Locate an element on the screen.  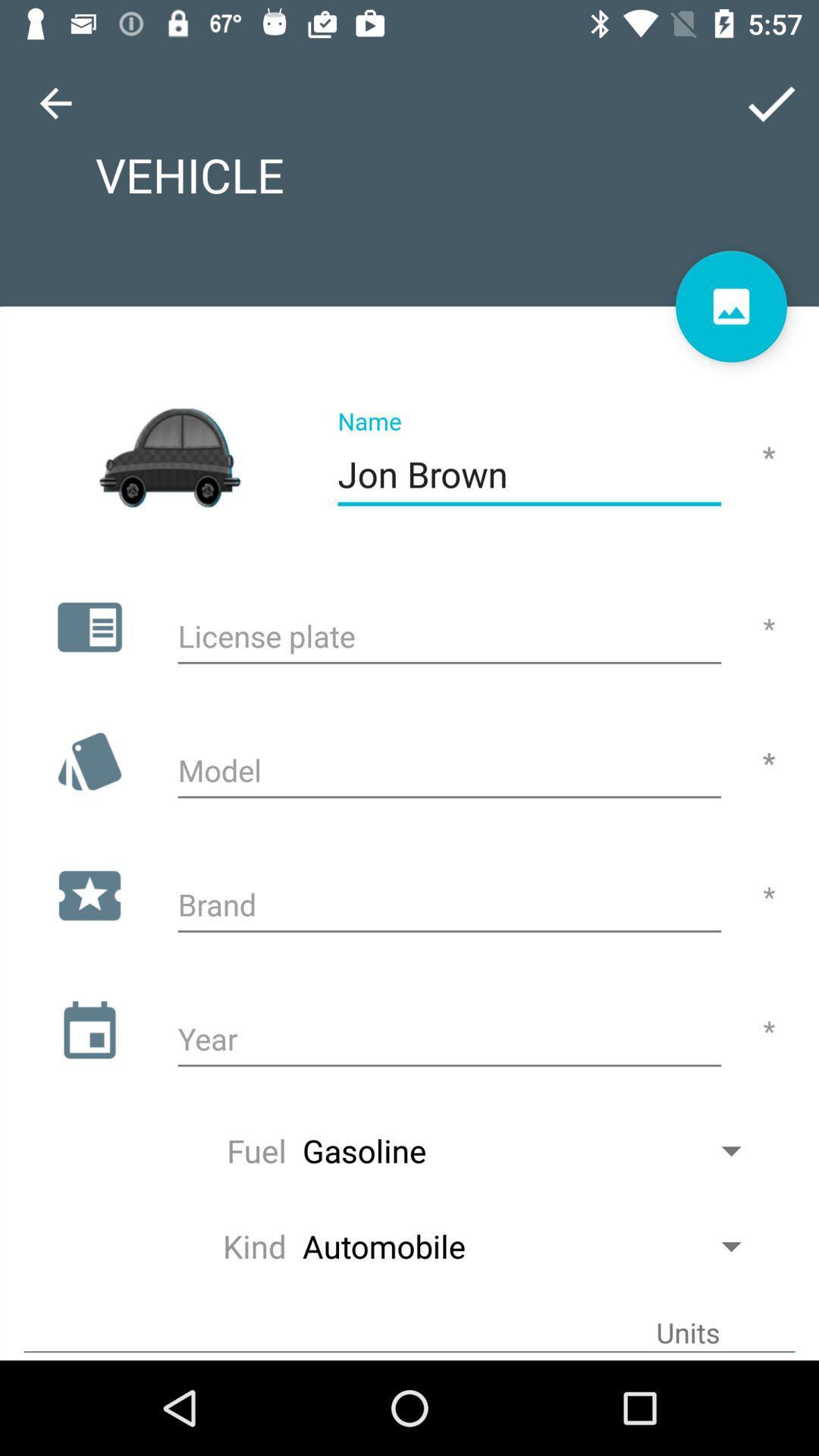
to show the picture is located at coordinates (730, 306).